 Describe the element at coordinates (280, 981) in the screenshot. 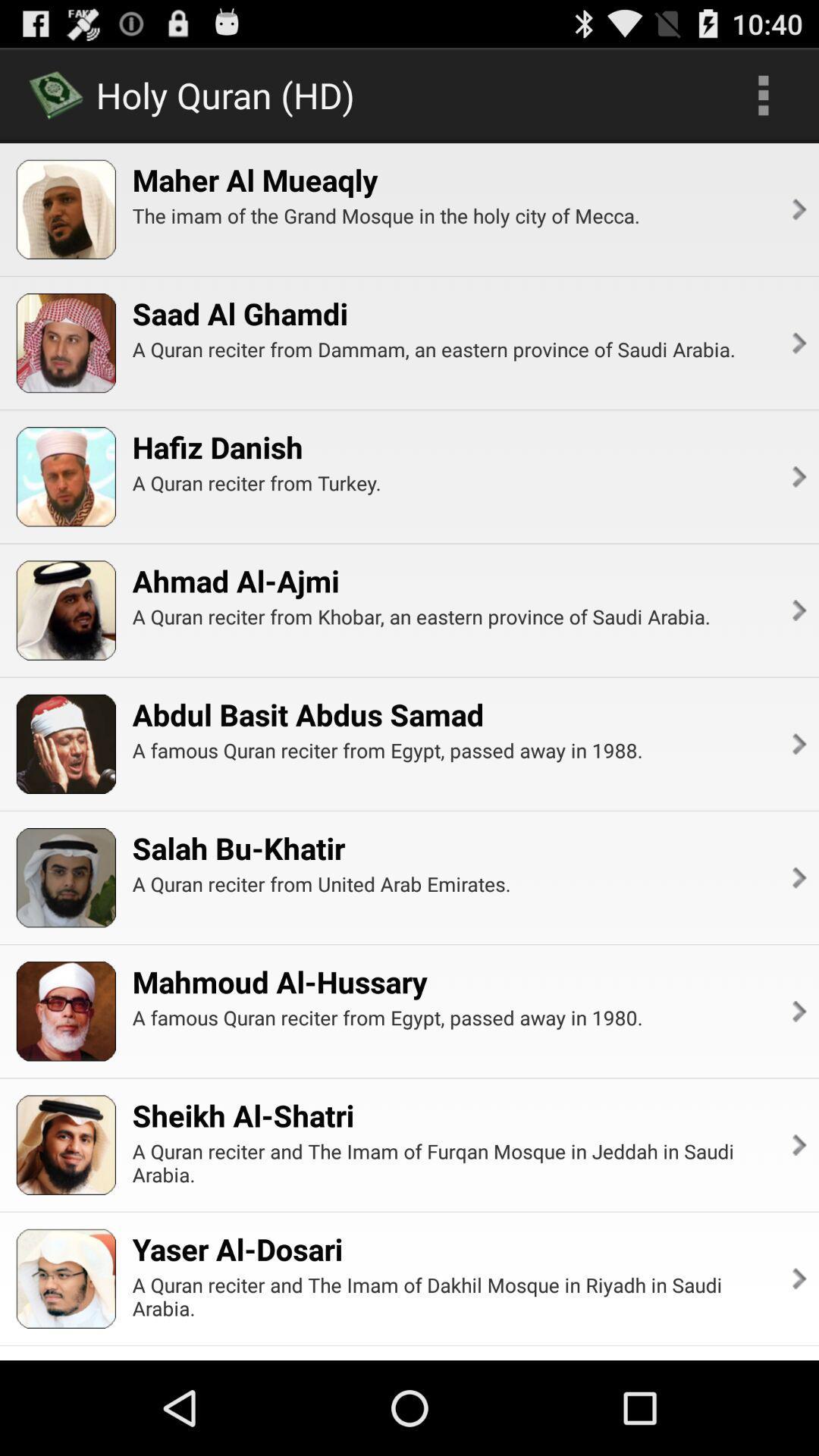

I see `the app below a quran reciter icon` at that location.